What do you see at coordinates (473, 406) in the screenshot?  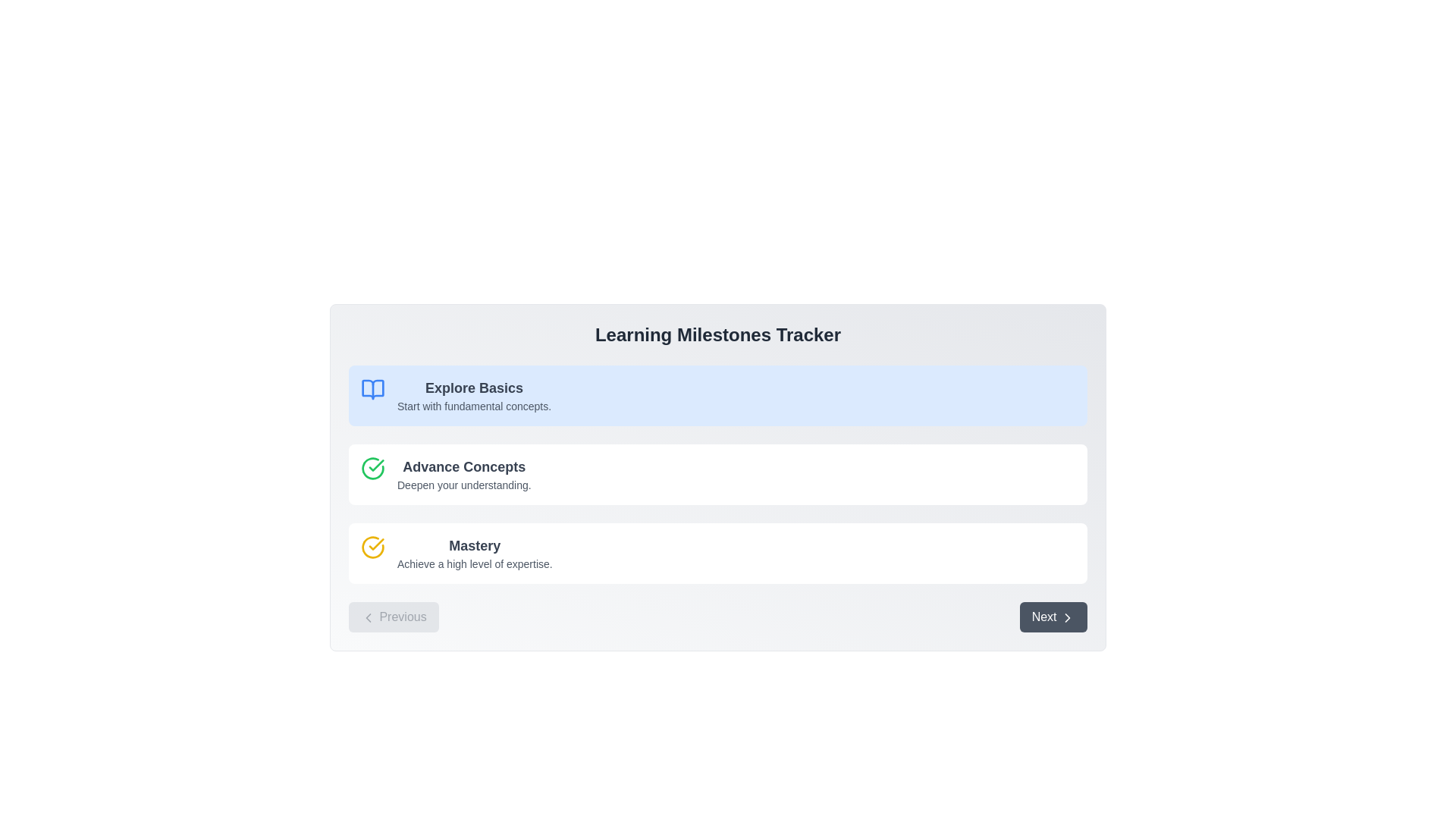 I see `the descriptive text element located below 'Explore Basics' within the light blue background section` at bounding box center [473, 406].